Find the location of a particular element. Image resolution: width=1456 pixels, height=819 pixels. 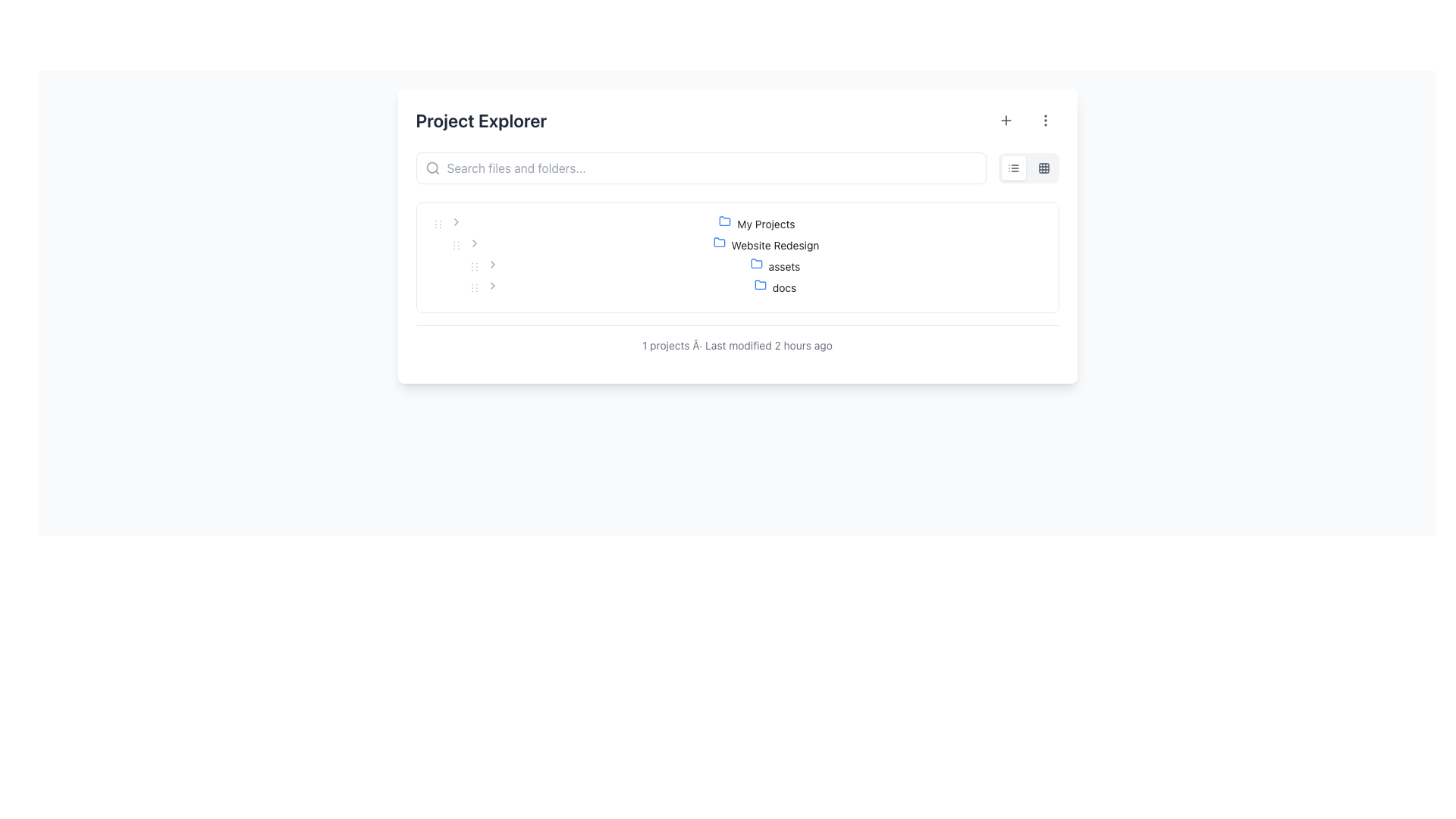

the leftmost button in the top-right corner of the 'Project Explorer' interface is located at coordinates (1006, 119).